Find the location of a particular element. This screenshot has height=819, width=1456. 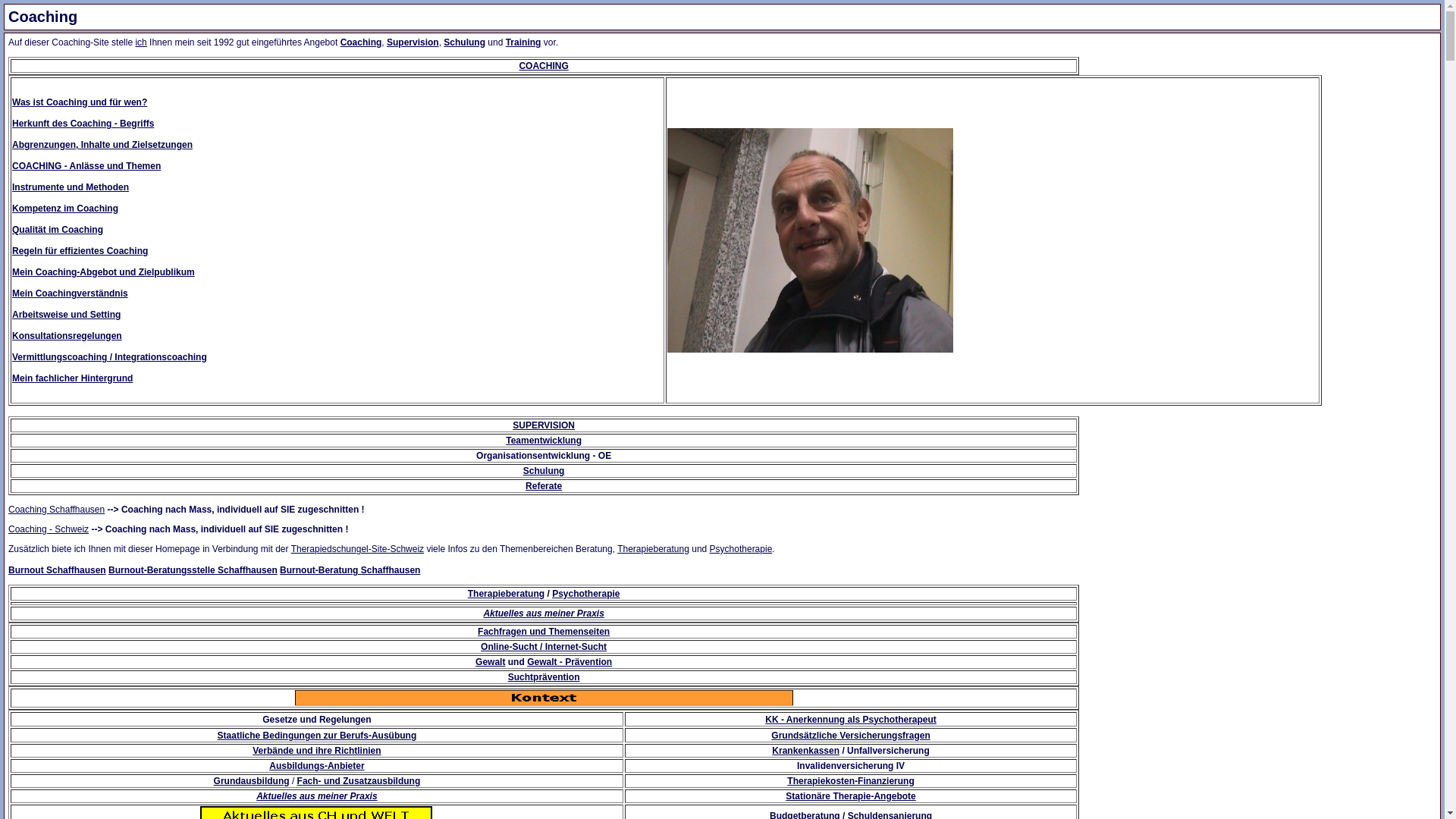

'Fach- und Zusatzausbildung' is located at coordinates (297, 780).